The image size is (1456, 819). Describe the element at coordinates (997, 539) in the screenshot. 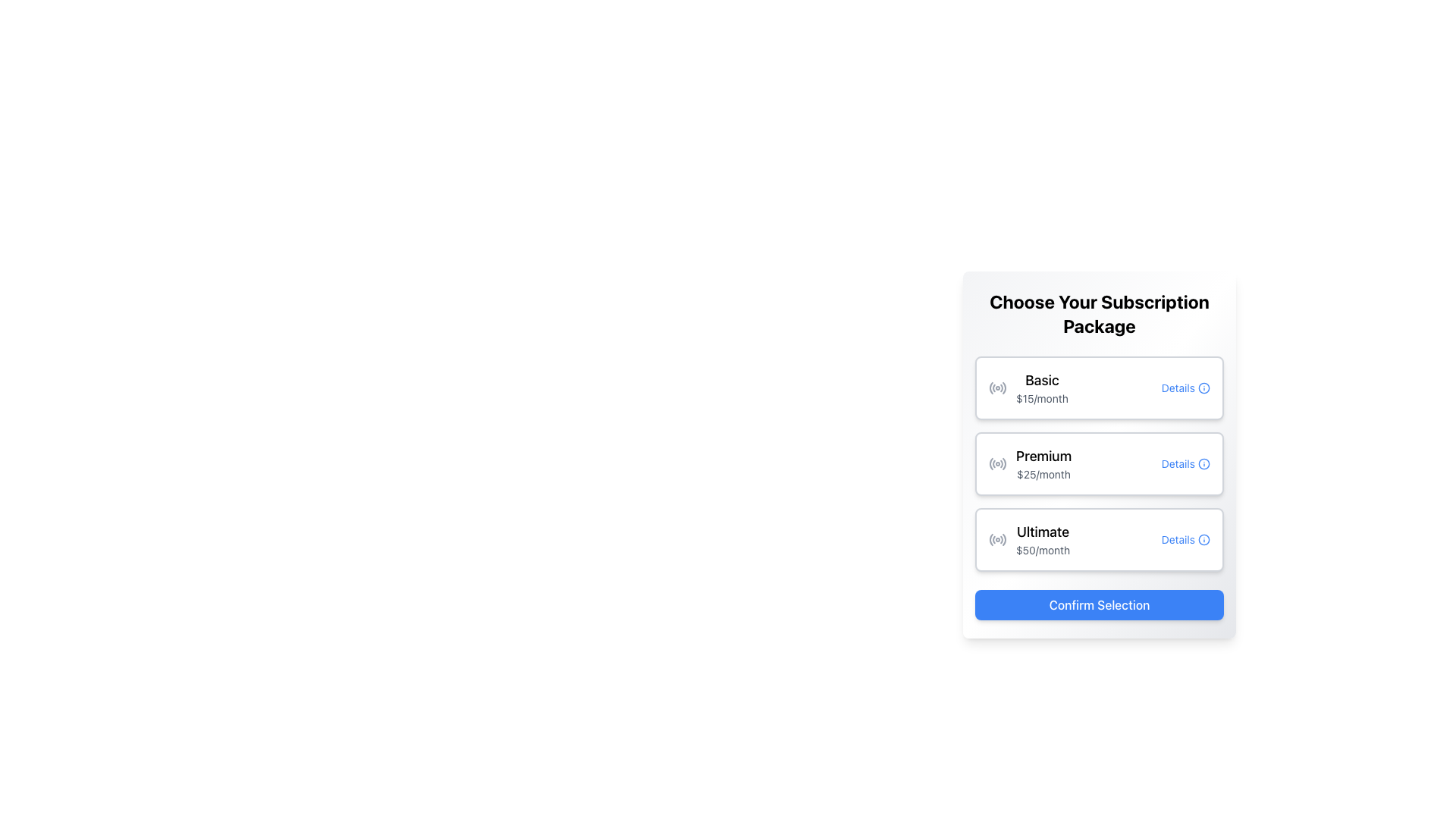

I see `the circular radio button icon representing the 'Ultimate' subscription option, which is styled in gray and located to the left of the text indicating 'Ultimate' and the price of '$50/month'` at that location.